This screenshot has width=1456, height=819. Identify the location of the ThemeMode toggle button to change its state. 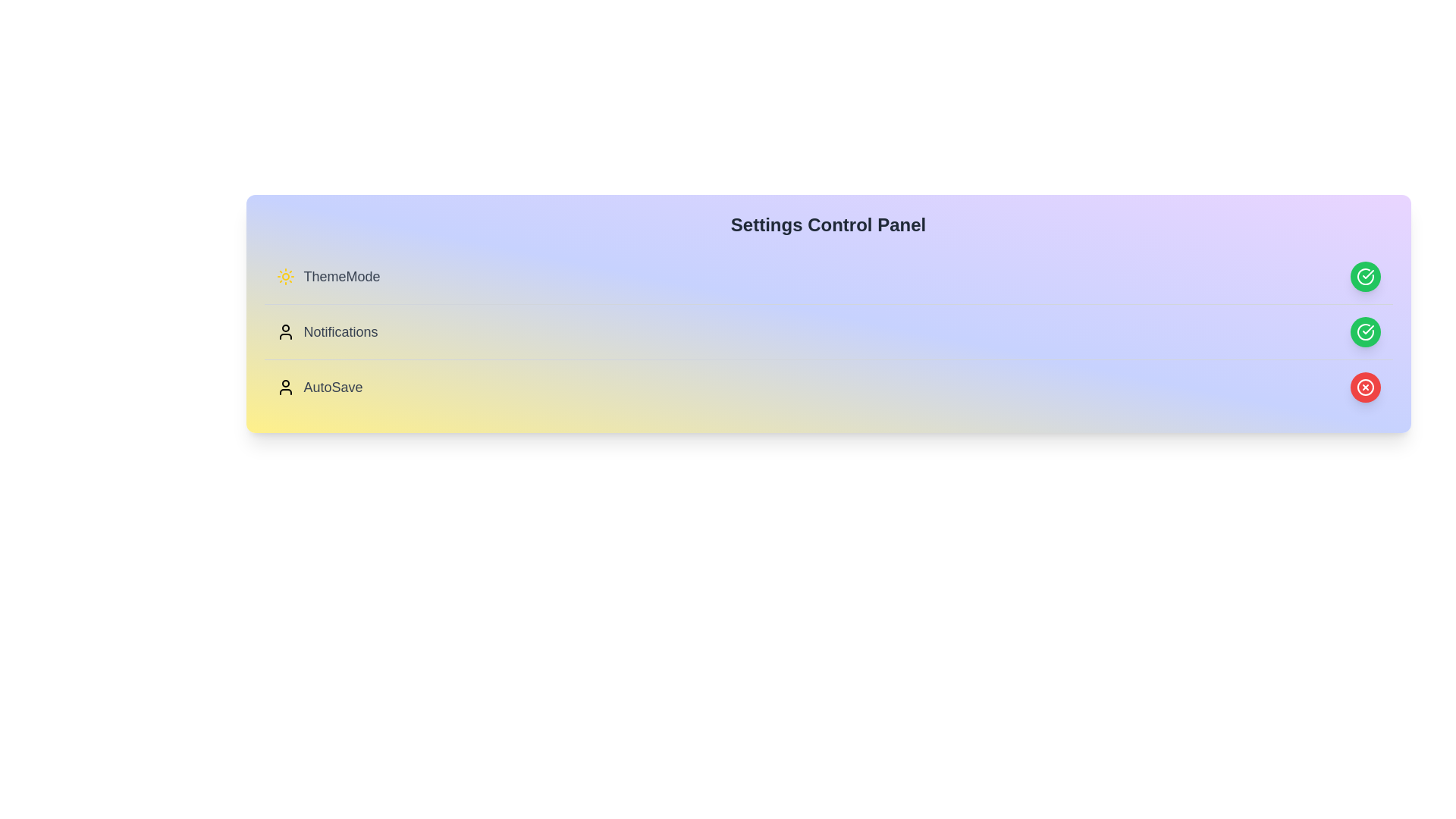
(1365, 277).